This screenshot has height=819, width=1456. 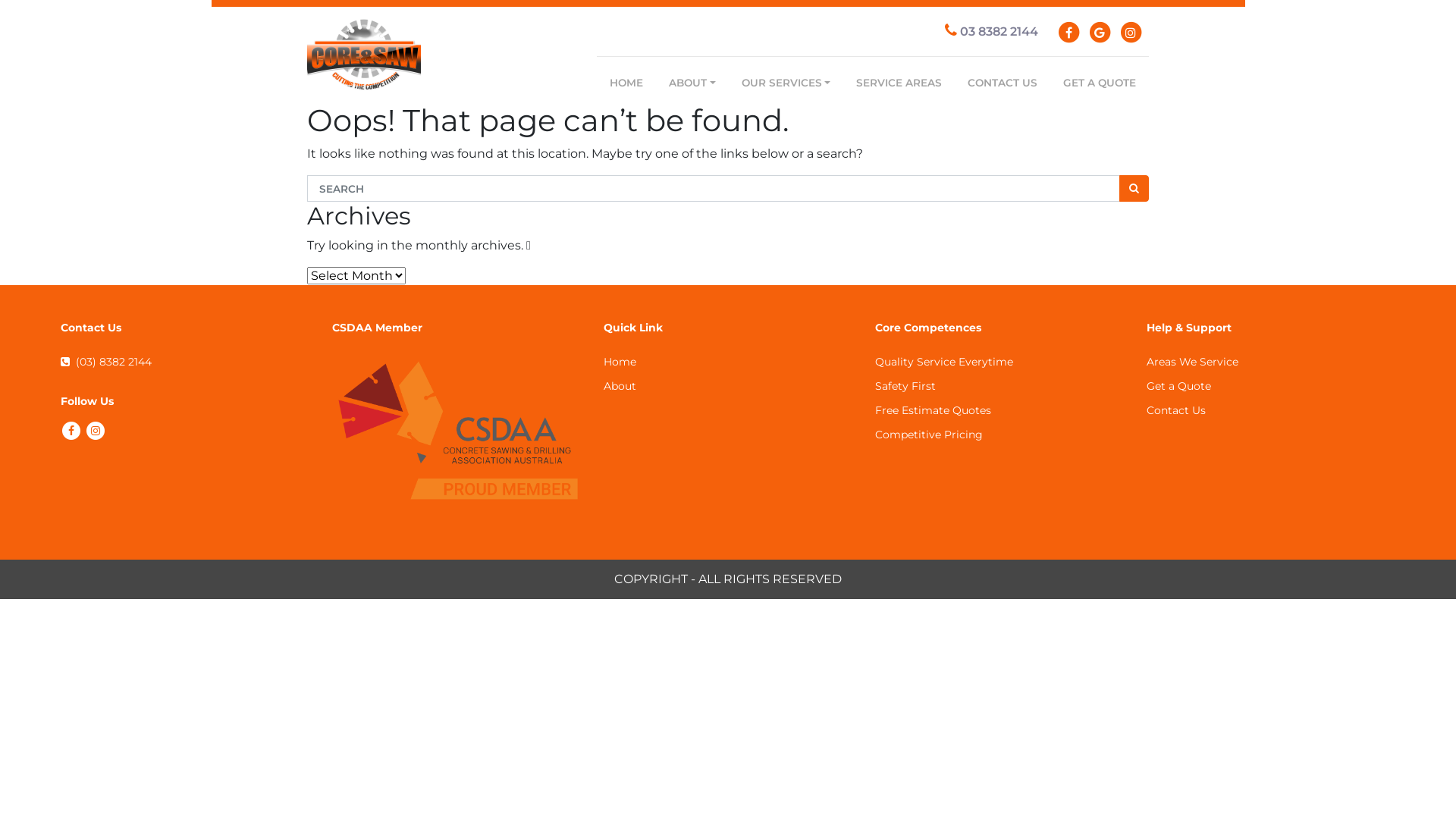 What do you see at coordinates (786, 82) in the screenshot?
I see `'OUR SERVICES'` at bounding box center [786, 82].